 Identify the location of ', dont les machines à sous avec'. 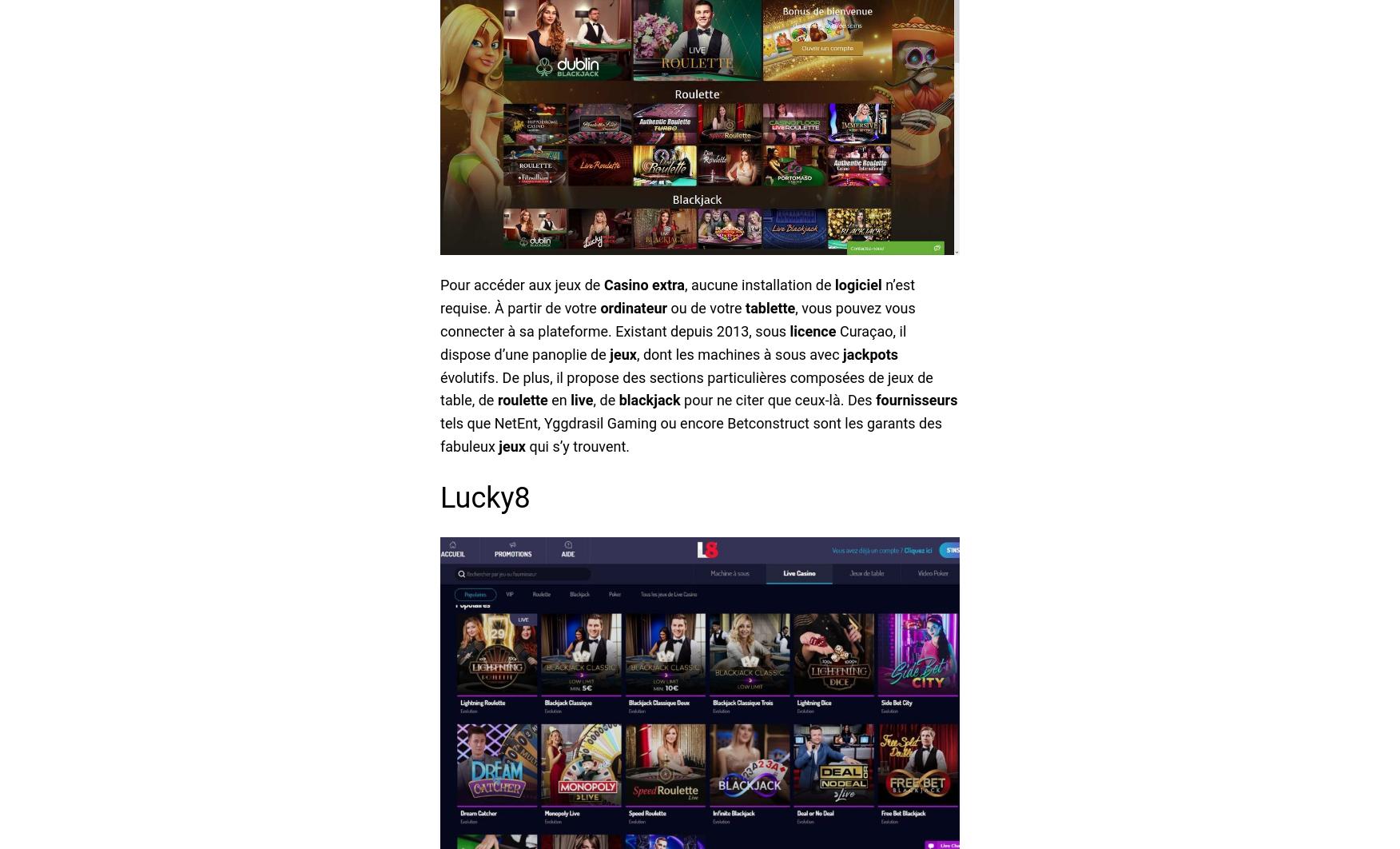
(739, 353).